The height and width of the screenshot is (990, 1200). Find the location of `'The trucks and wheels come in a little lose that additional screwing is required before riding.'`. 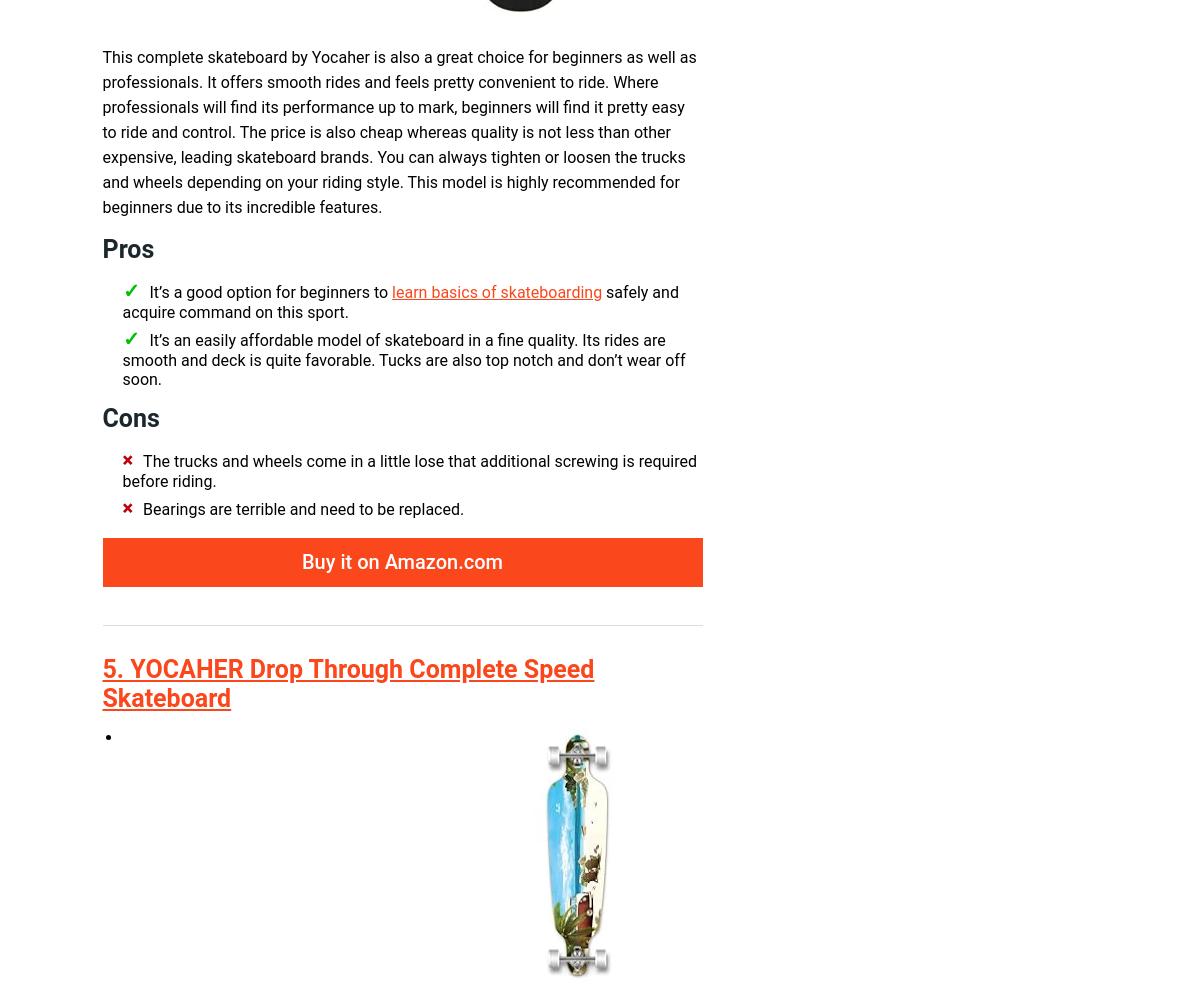

'The trucks and wheels come in a little lose that additional screwing is required before riding.' is located at coordinates (409, 471).